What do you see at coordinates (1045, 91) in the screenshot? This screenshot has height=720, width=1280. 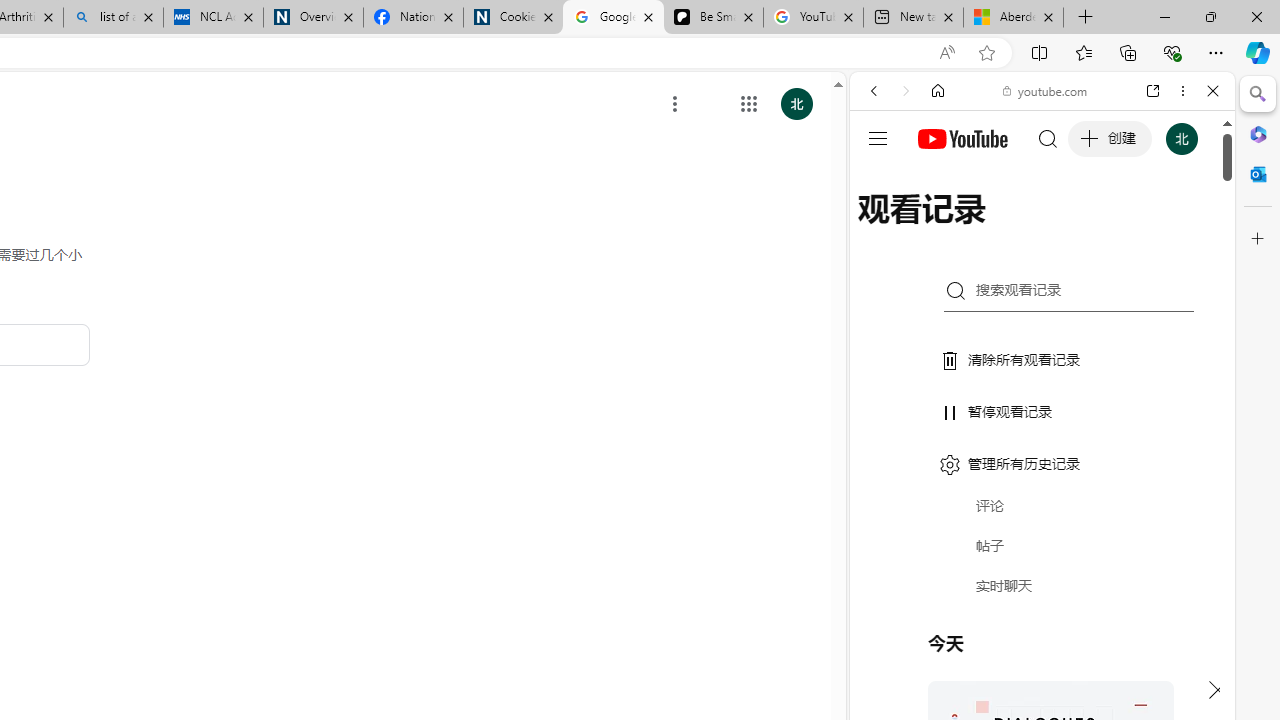 I see `'youtube.com'` at bounding box center [1045, 91].